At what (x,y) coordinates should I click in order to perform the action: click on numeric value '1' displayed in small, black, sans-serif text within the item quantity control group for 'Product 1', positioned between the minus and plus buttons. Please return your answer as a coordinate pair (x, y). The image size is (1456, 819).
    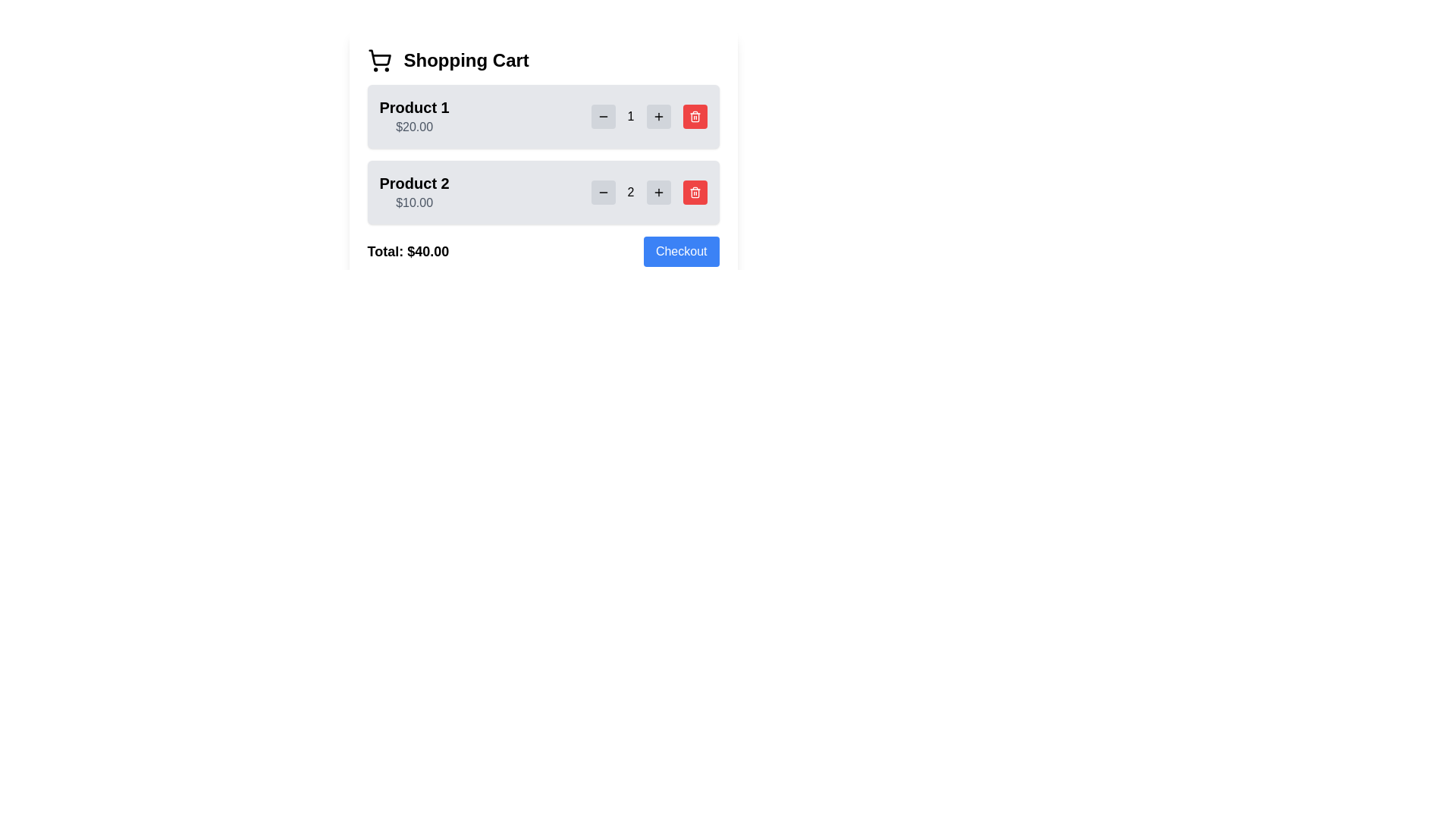
    Looking at the image, I should click on (631, 116).